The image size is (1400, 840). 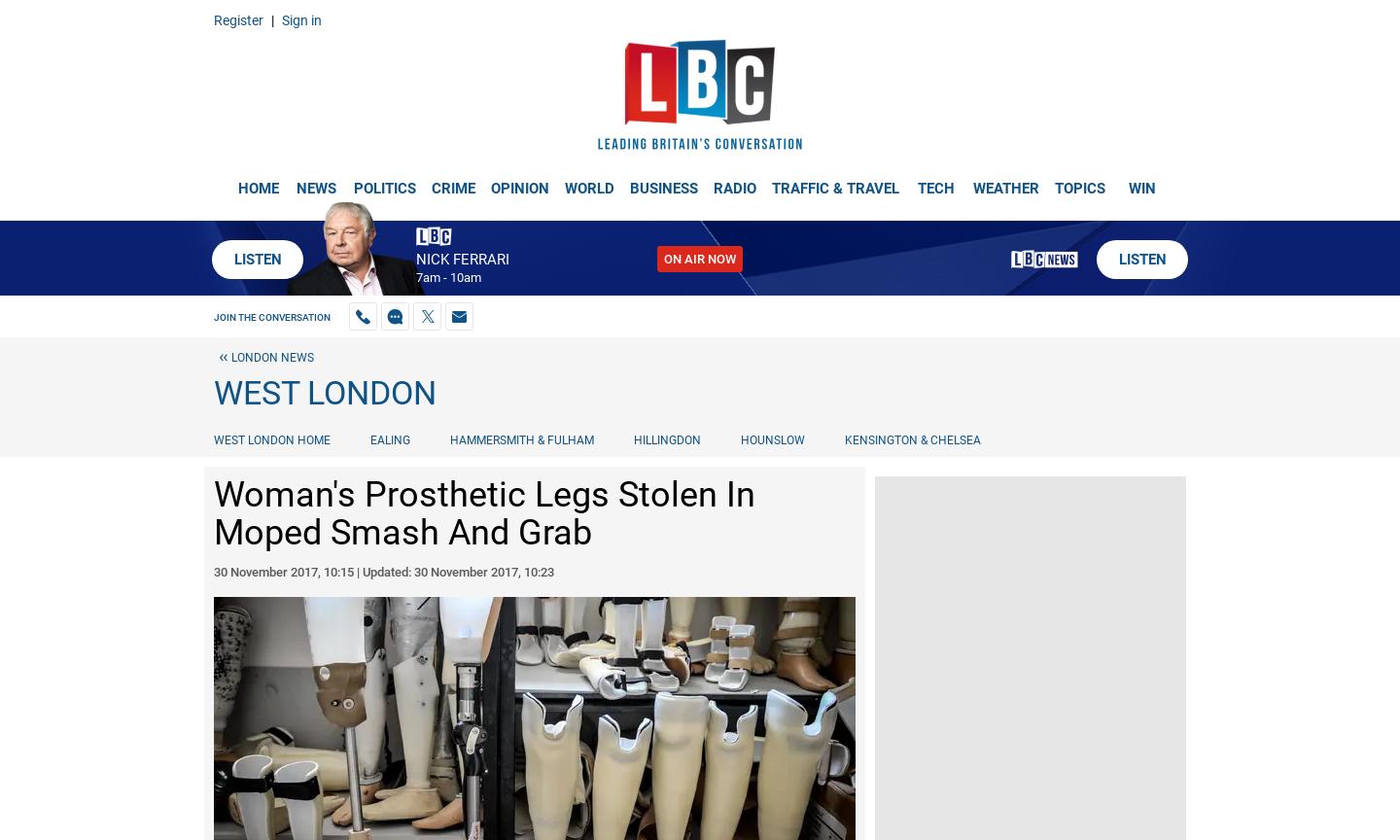 What do you see at coordinates (56, 15) in the screenshot?
I see `'CONTACT US'` at bounding box center [56, 15].